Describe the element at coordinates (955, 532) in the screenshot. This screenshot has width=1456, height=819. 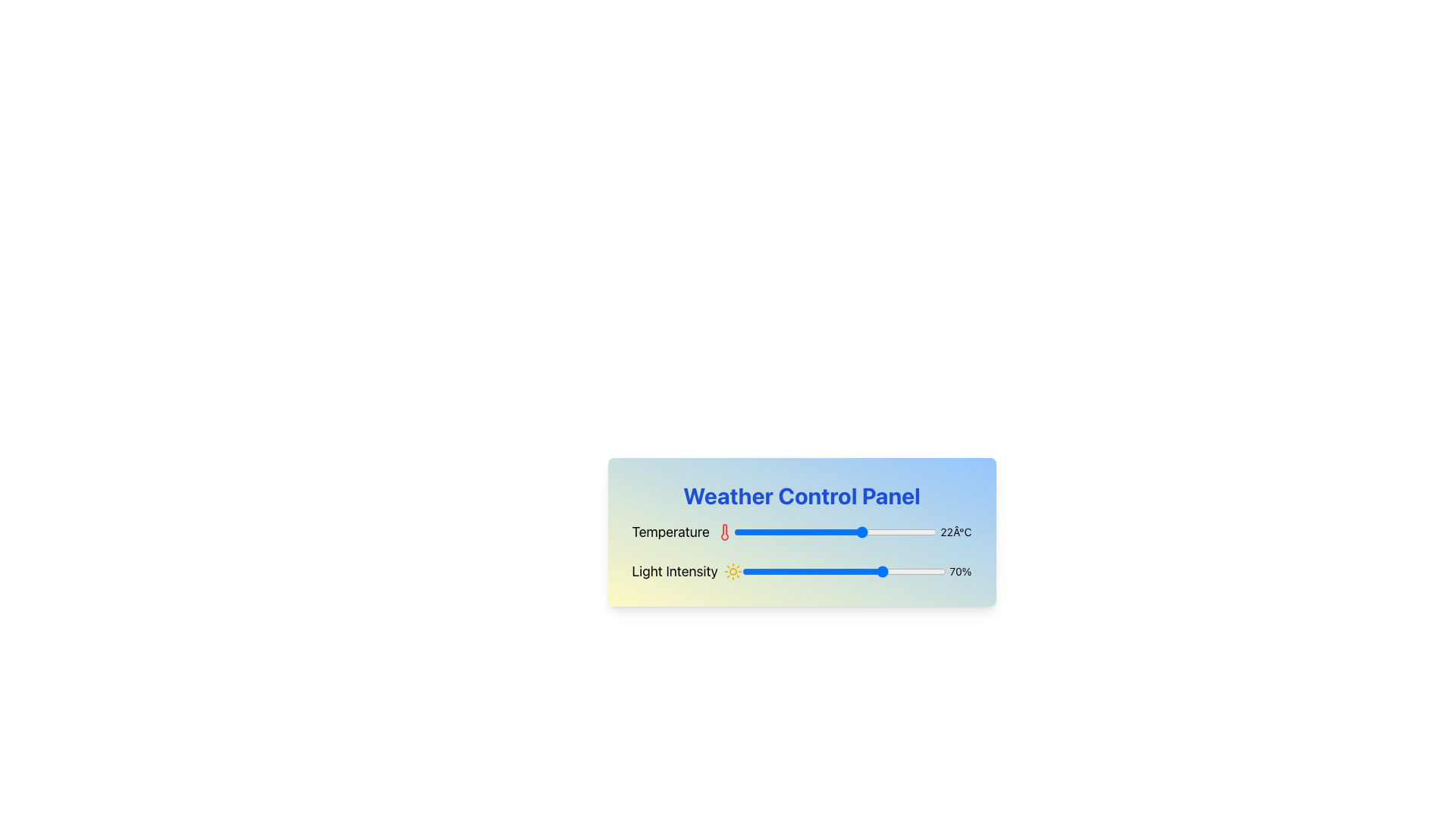
I see `the static text display showing '22Â°C' in the weather control panel` at that location.